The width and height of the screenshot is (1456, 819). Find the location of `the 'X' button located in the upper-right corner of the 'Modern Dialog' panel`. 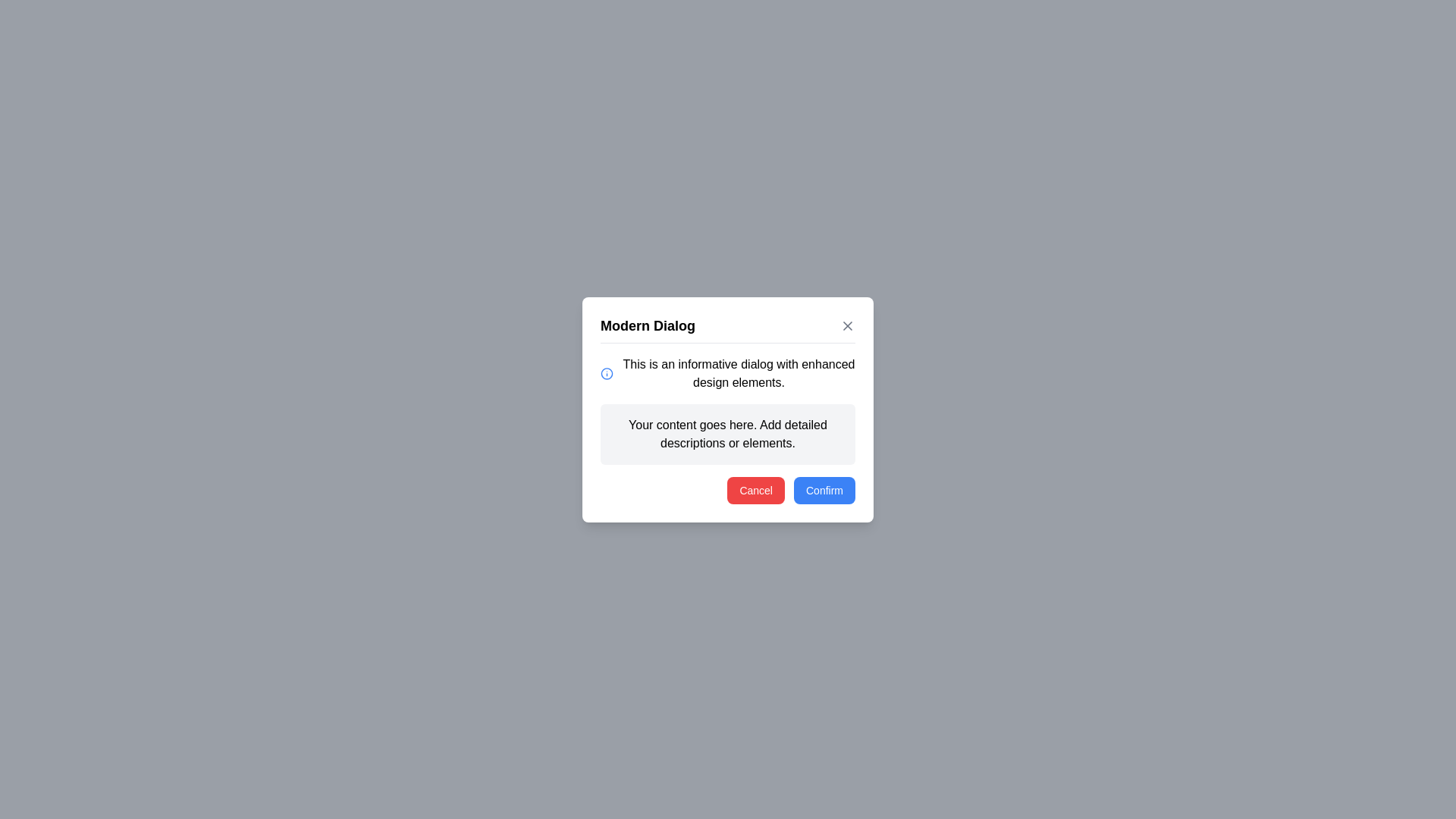

the 'X' button located in the upper-right corner of the 'Modern Dialog' panel is located at coordinates (847, 324).